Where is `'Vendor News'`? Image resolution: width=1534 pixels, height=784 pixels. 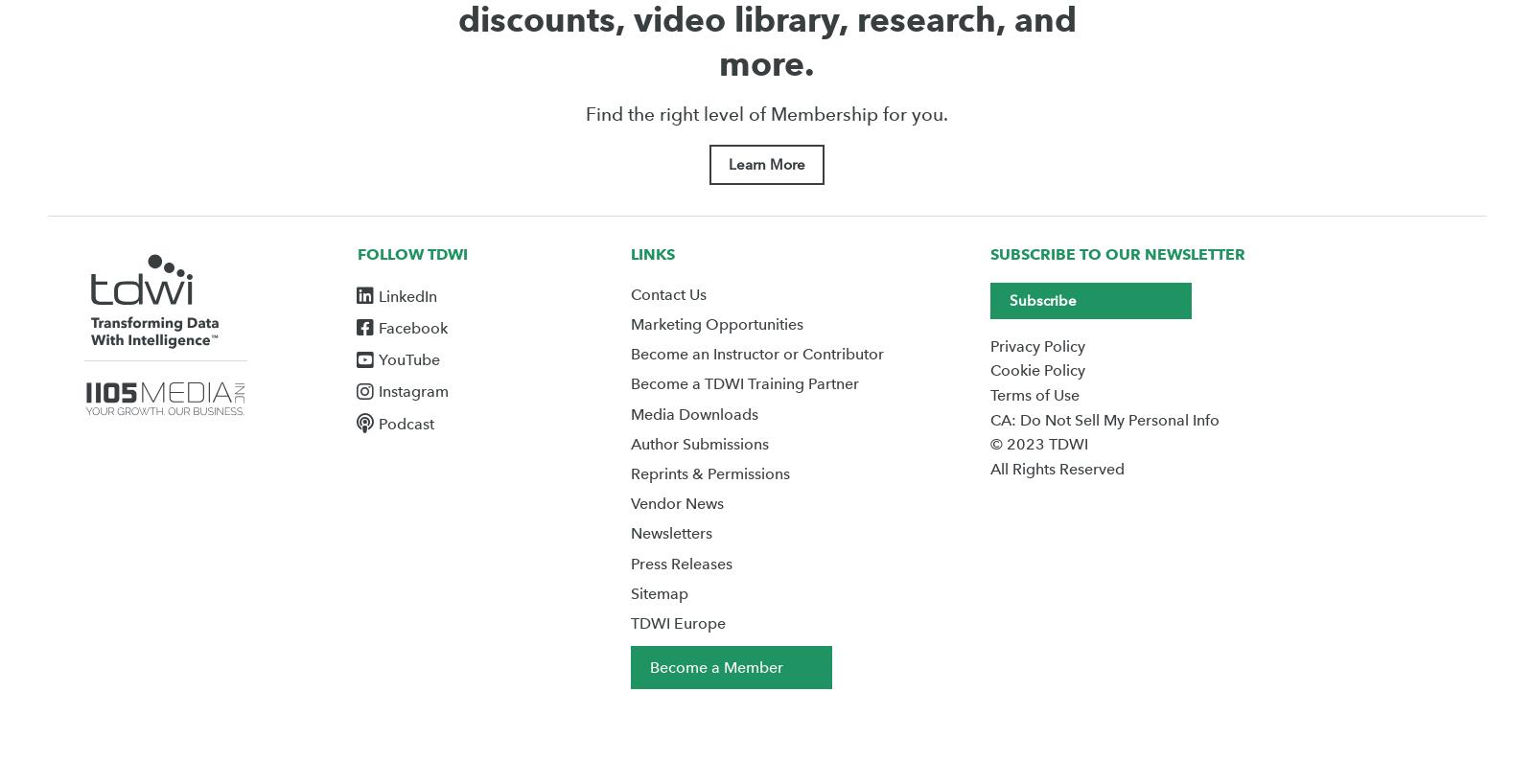 'Vendor News' is located at coordinates (629, 503).